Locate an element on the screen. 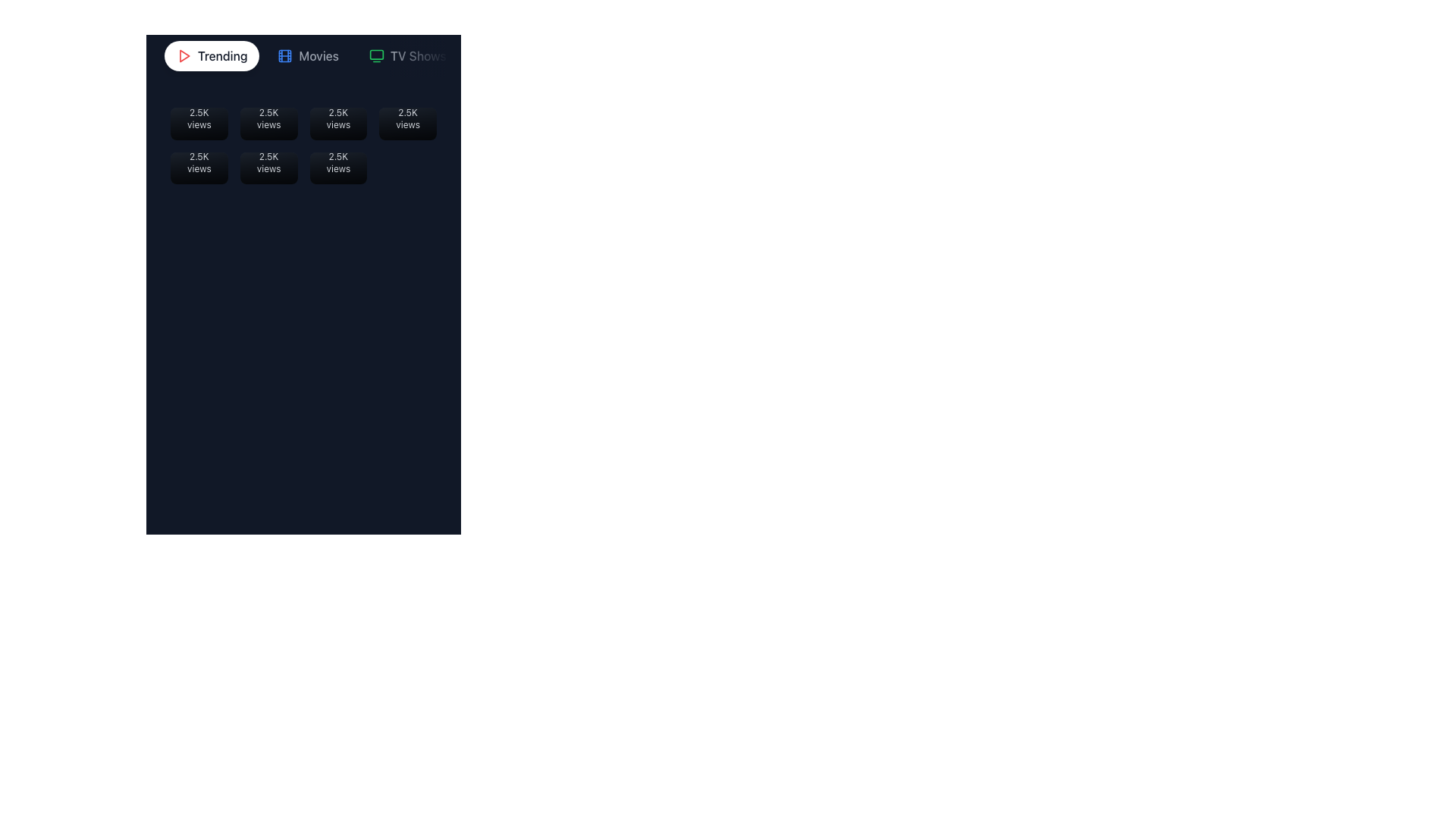 The width and height of the screenshot is (1456, 819). the red play button icon located to the left of the 'Trending' text label within the top navigation menu is located at coordinates (184, 55).